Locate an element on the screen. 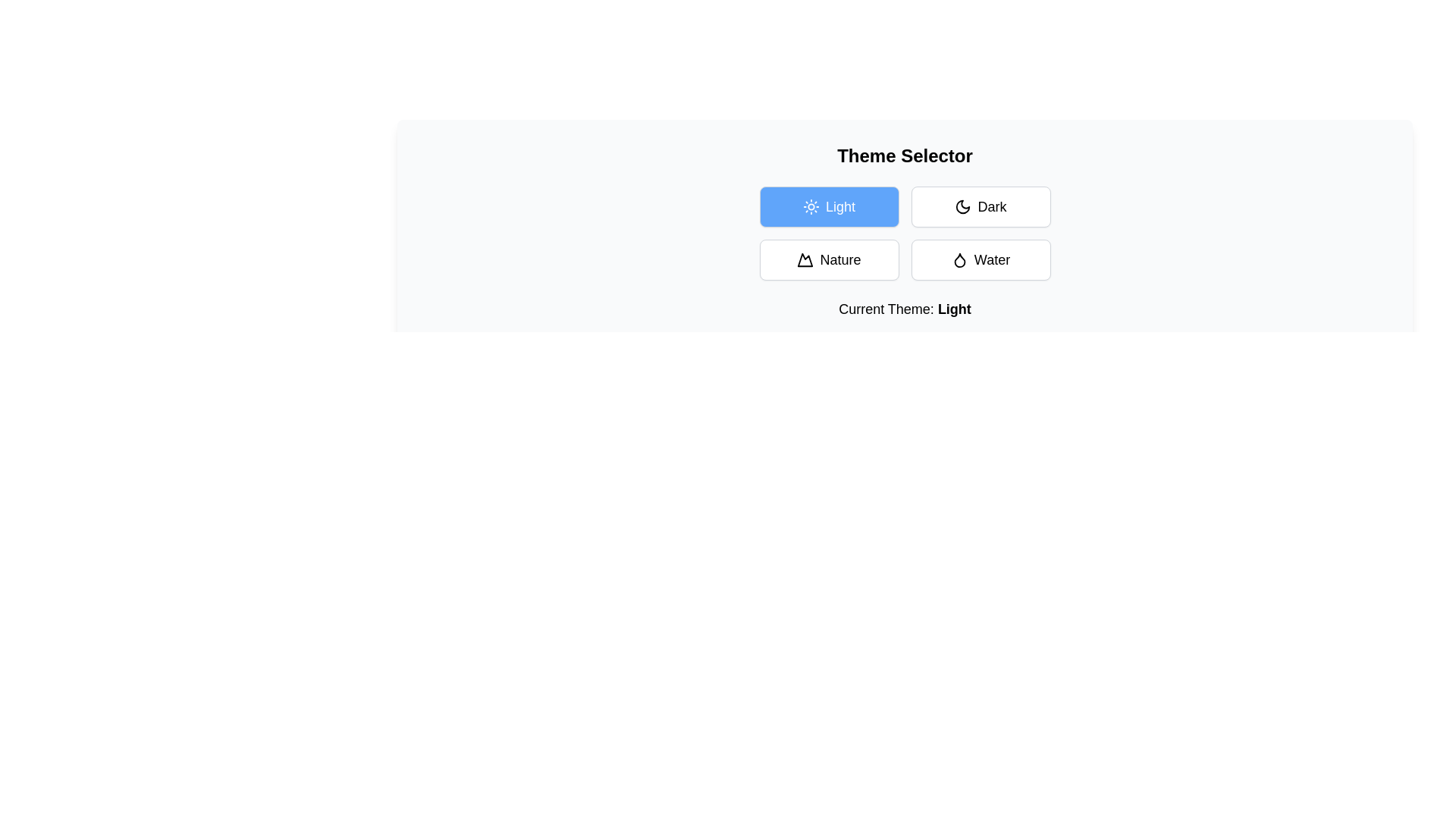 The height and width of the screenshot is (819, 1456). the 'Water' button, which is a rectangular button with rounded corners, a white background, and a water droplet icon on the left is located at coordinates (981, 259).